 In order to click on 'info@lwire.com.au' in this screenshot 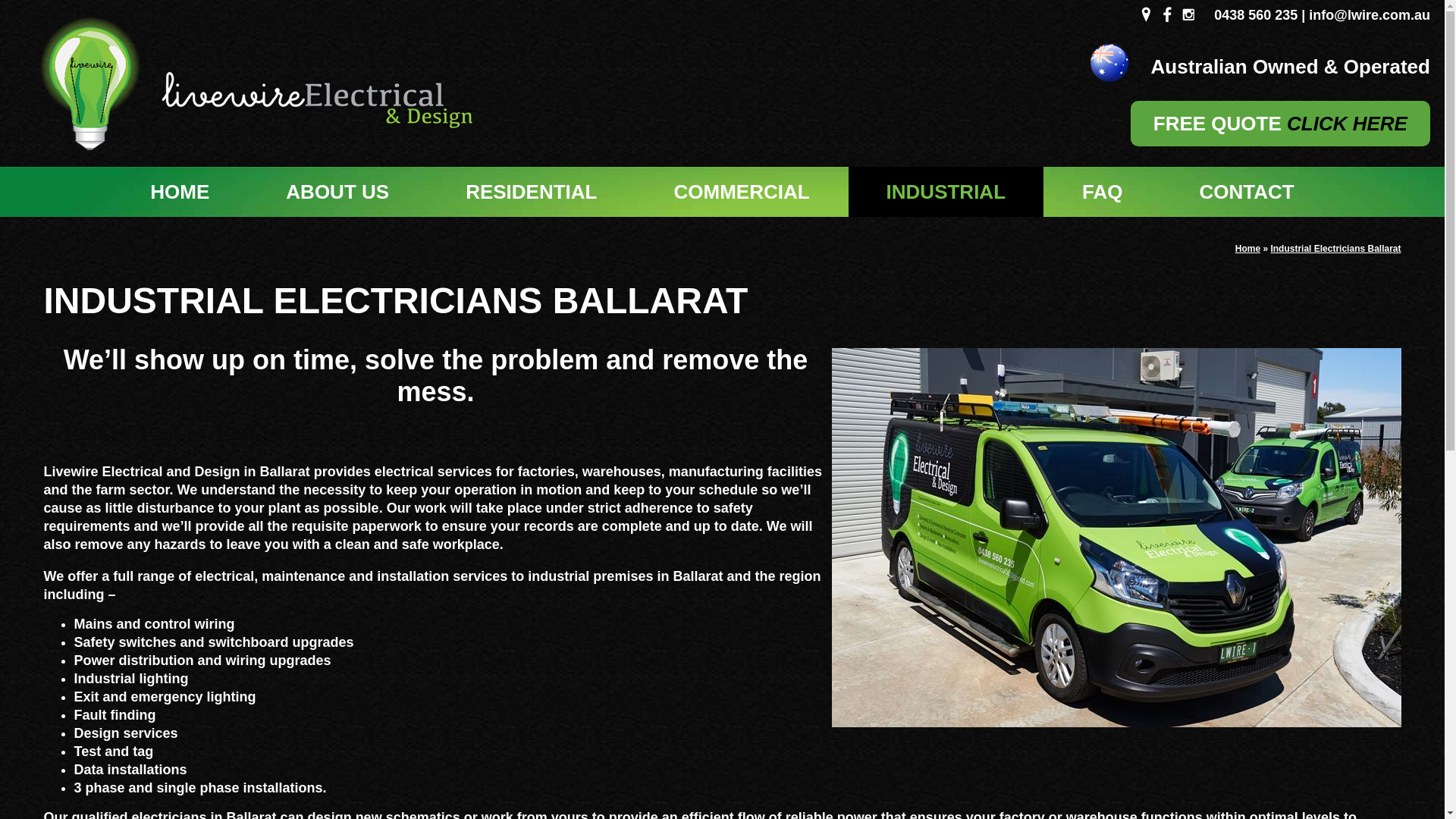, I will do `click(1369, 14)`.